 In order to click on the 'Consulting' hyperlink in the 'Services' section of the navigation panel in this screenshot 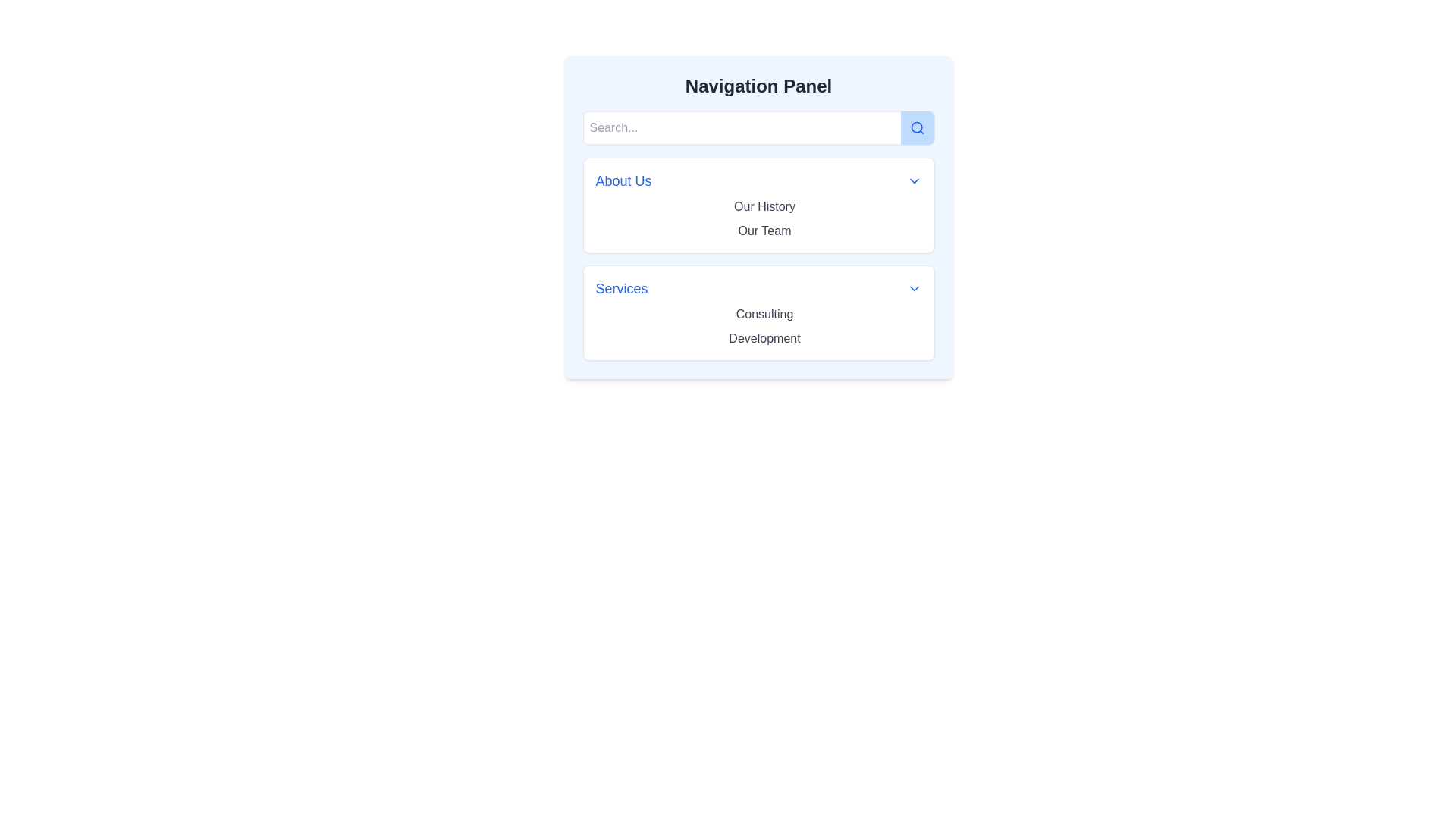, I will do `click(764, 314)`.